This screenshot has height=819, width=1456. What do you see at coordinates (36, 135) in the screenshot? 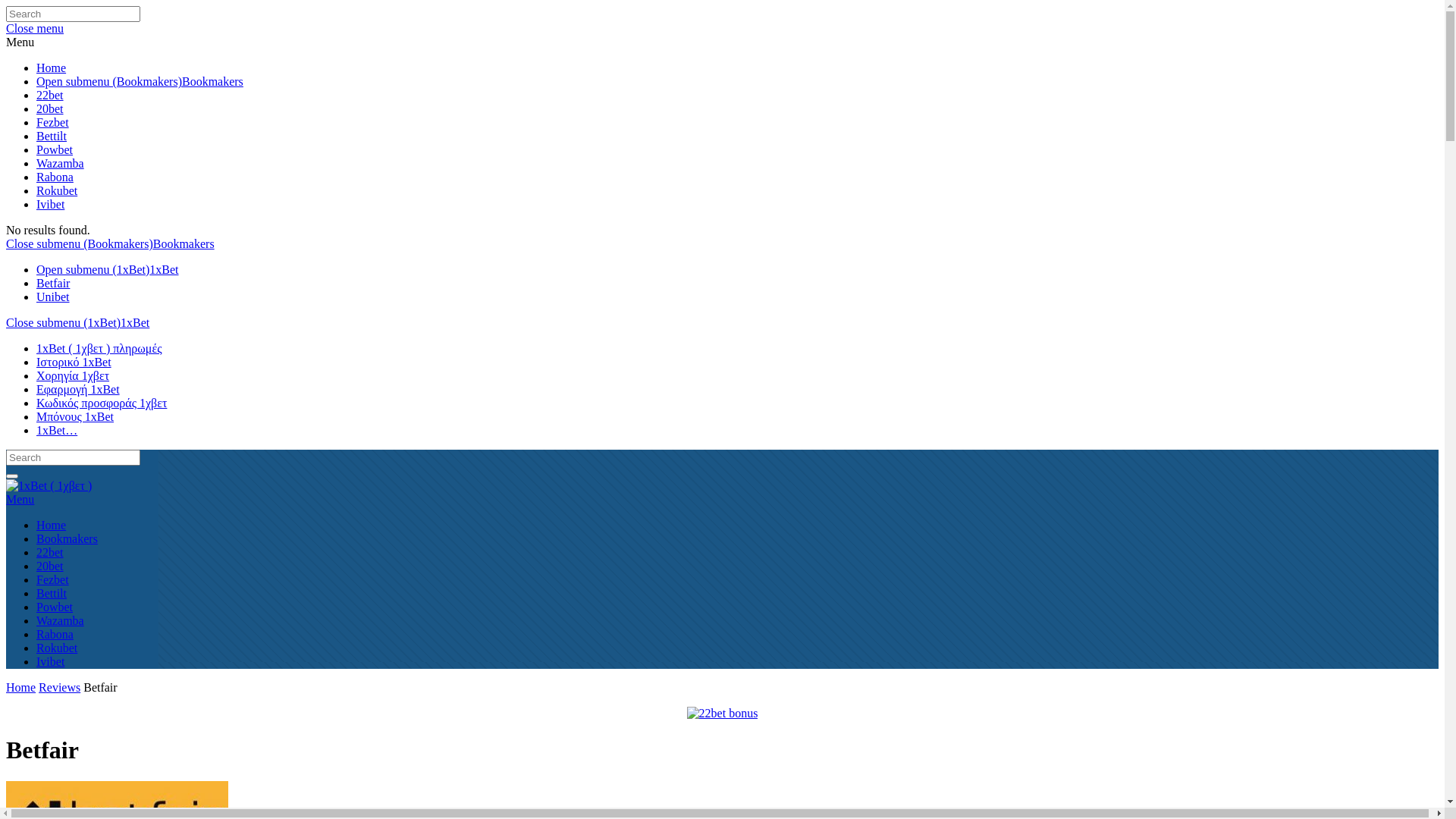
I see `'Bettilt'` at bounding box center [36, 135].